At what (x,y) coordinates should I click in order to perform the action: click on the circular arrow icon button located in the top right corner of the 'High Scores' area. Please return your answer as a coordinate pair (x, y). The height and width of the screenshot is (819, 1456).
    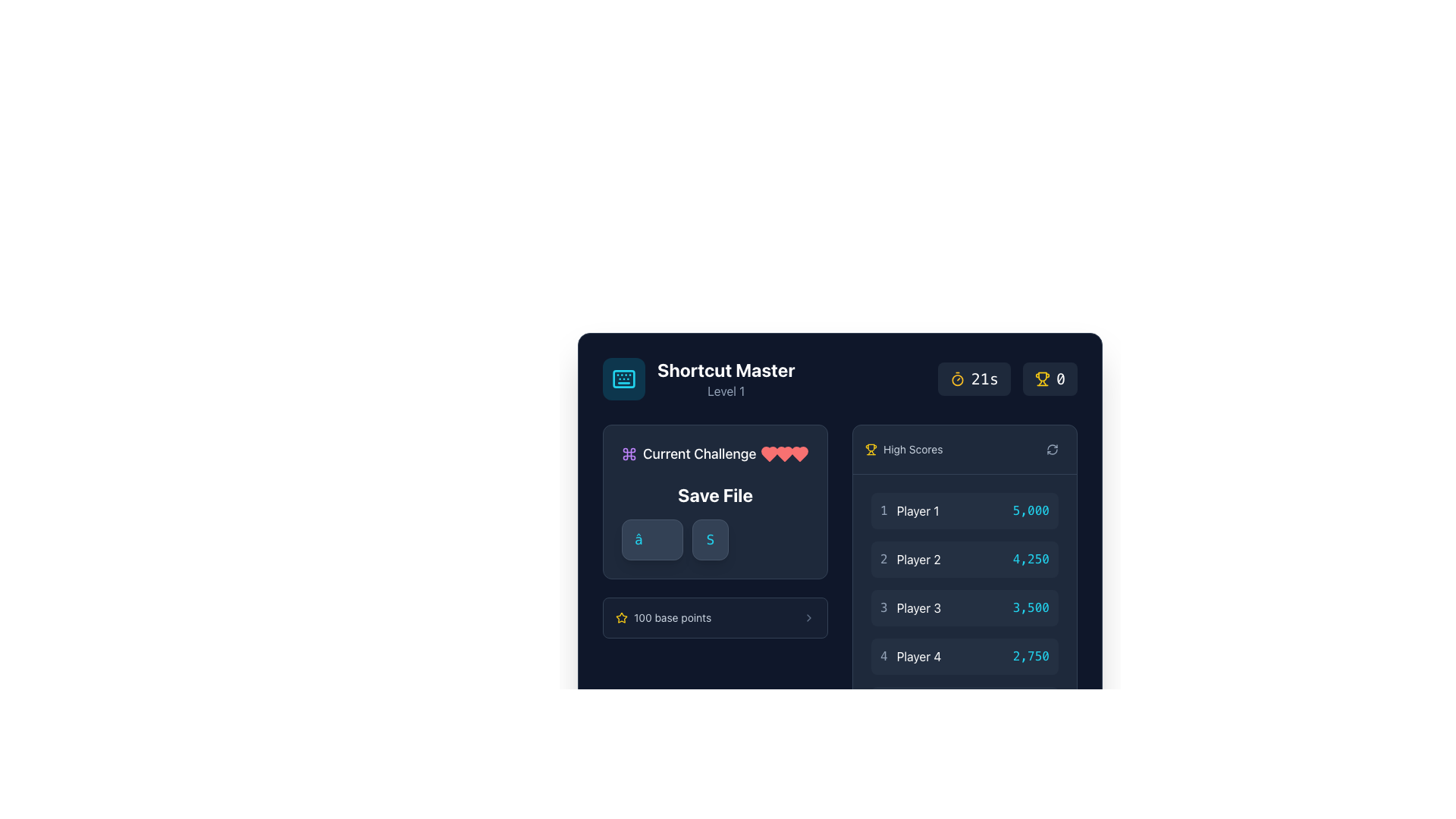
    Looking at the image, I should click on (1051, 449).